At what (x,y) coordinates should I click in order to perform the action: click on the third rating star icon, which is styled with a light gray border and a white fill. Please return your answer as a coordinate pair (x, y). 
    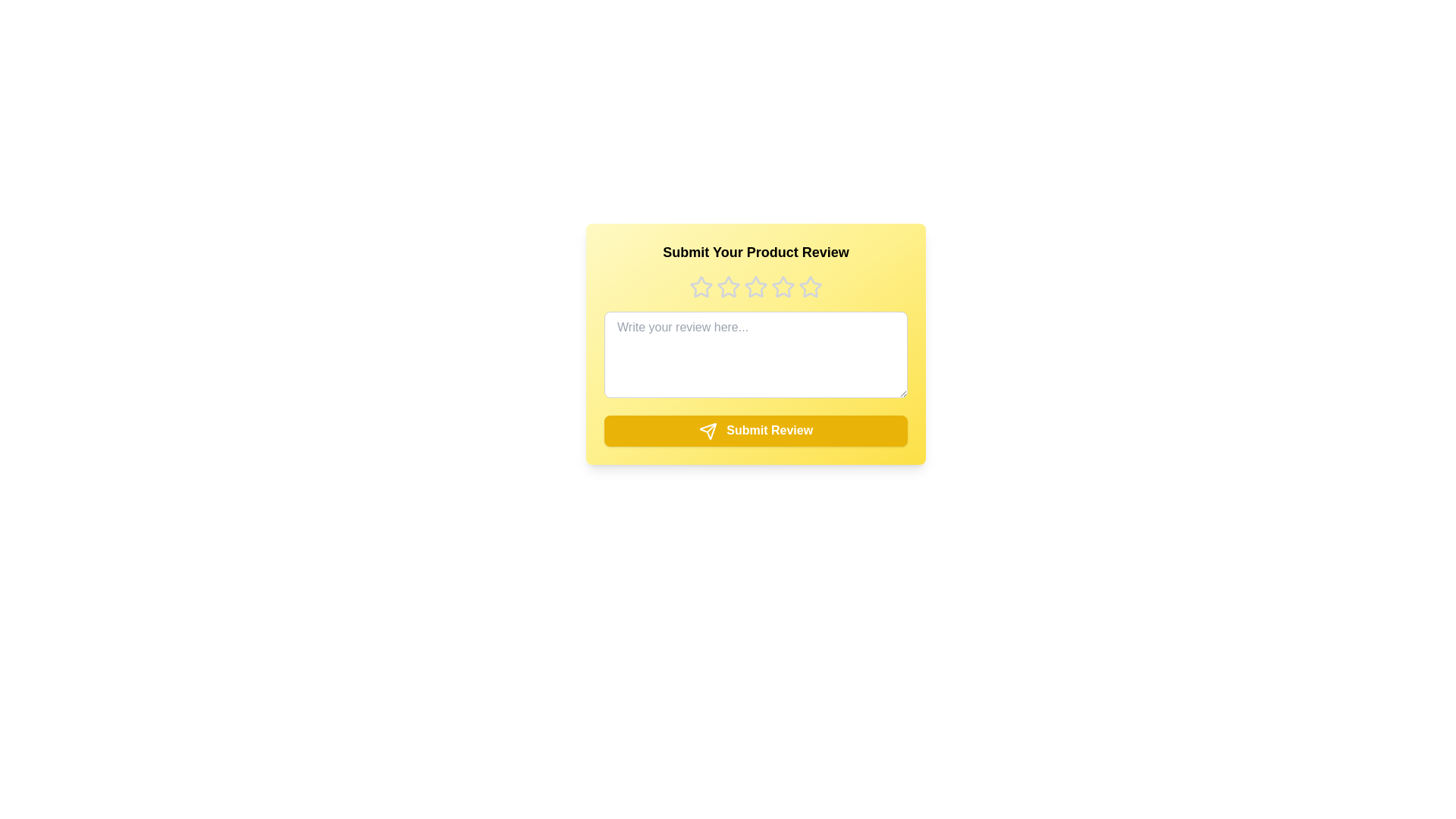
    Looking at the image, I should click on (783, 287).